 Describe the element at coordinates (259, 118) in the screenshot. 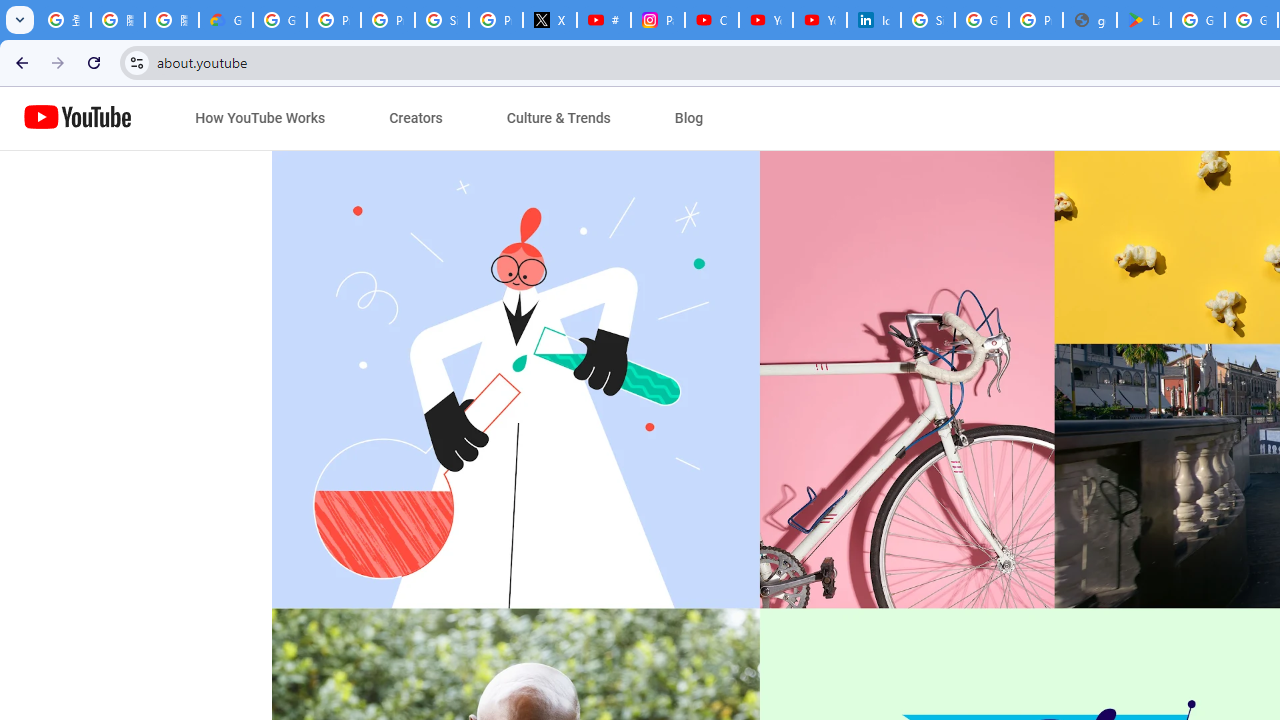

I see `'How YouTube Works'` at that location.